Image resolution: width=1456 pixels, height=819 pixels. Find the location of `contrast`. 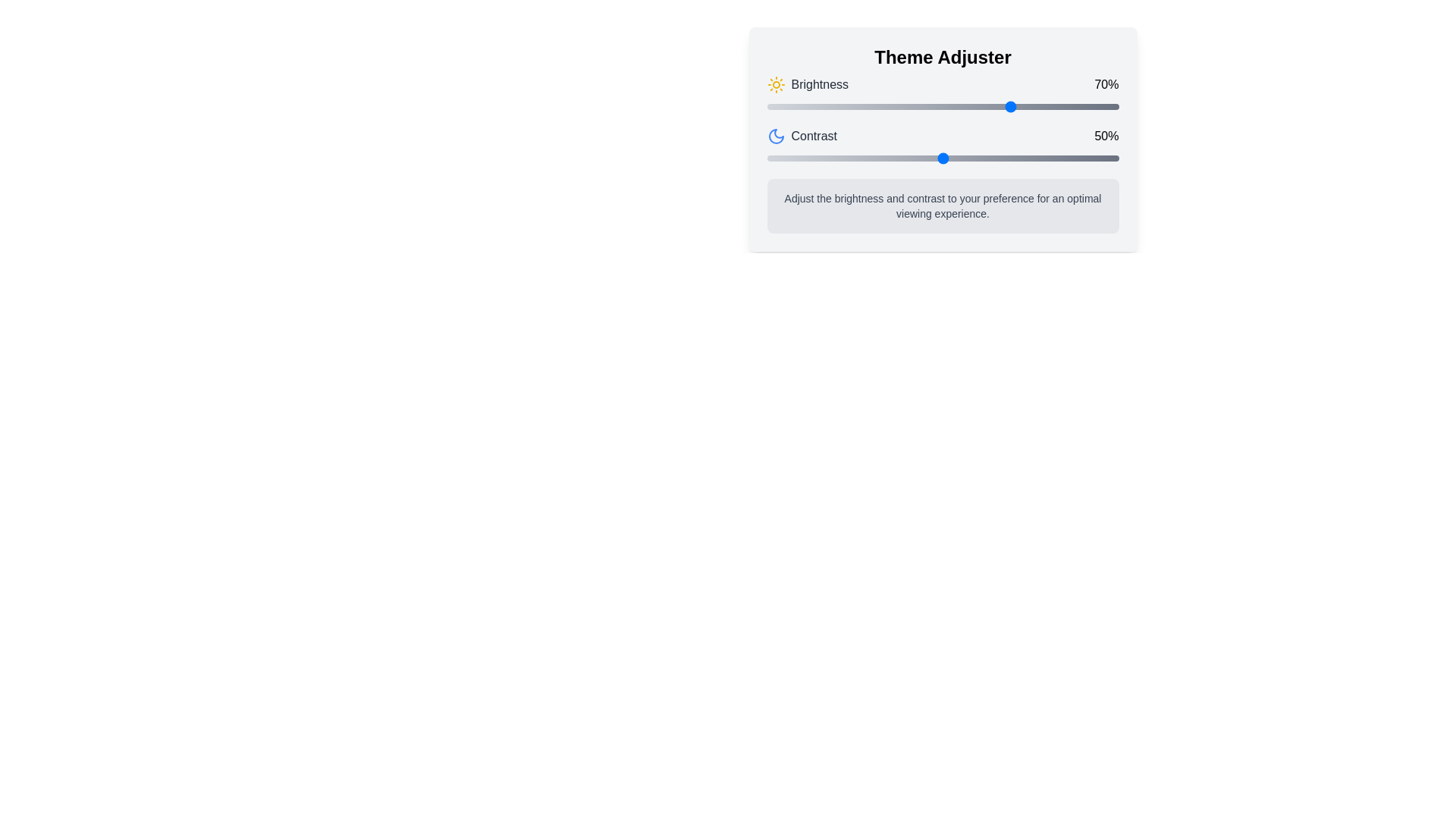

contrast is located at coordinates (1112, 158).